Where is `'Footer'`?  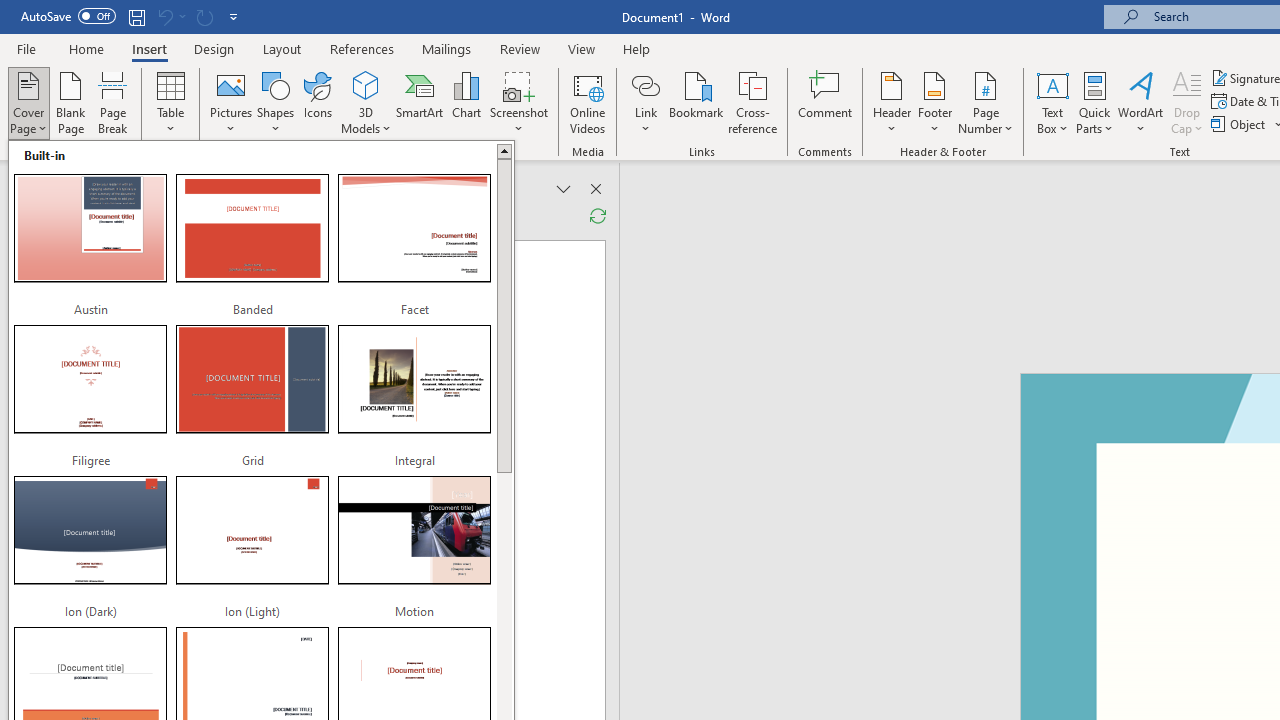 'Footer' is located at coordinates (934, 103).